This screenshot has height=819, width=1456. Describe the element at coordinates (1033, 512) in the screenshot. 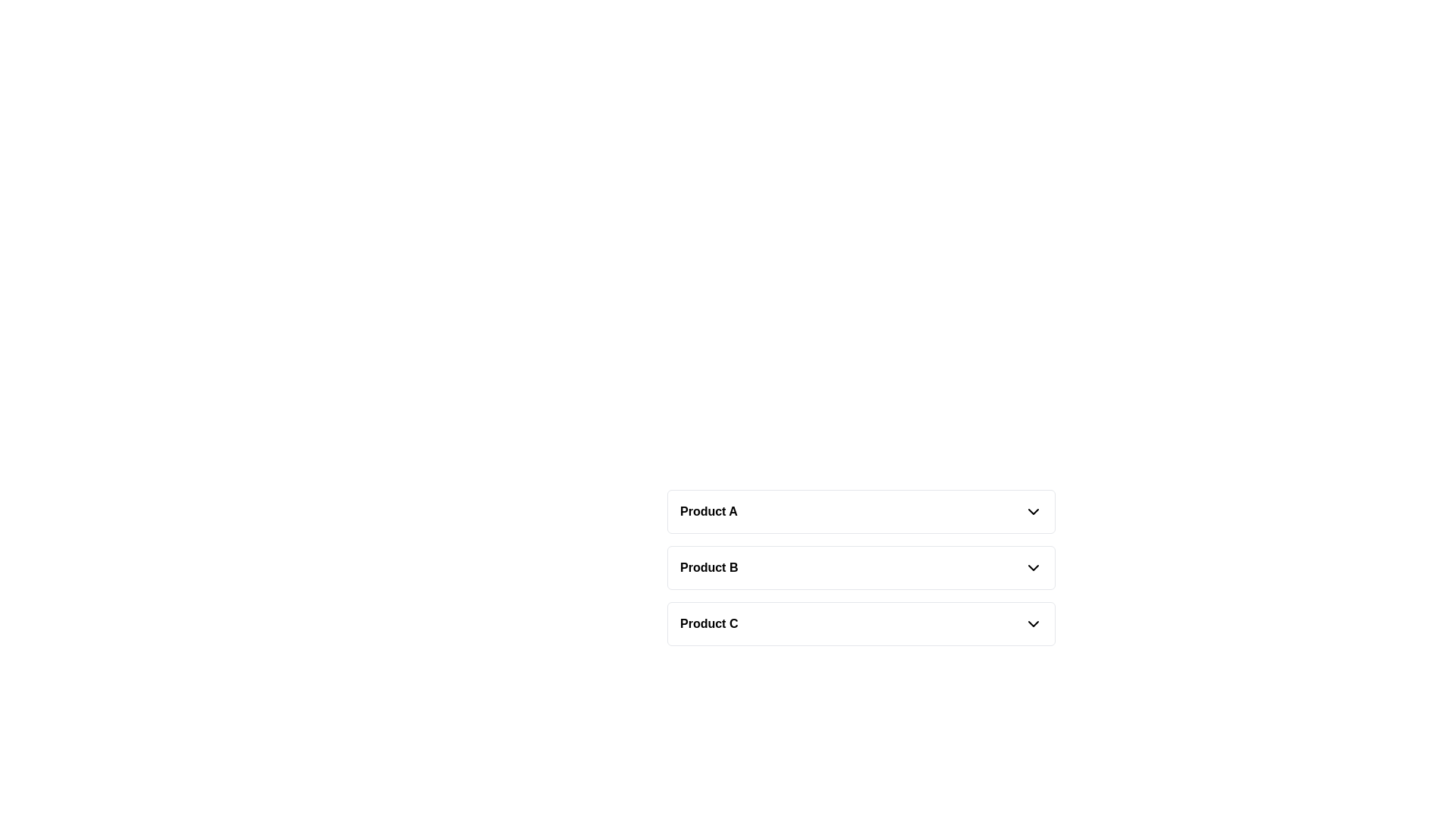

I see `the downward-facing chevron icon located to the right of the text 'Product A'` at that location.